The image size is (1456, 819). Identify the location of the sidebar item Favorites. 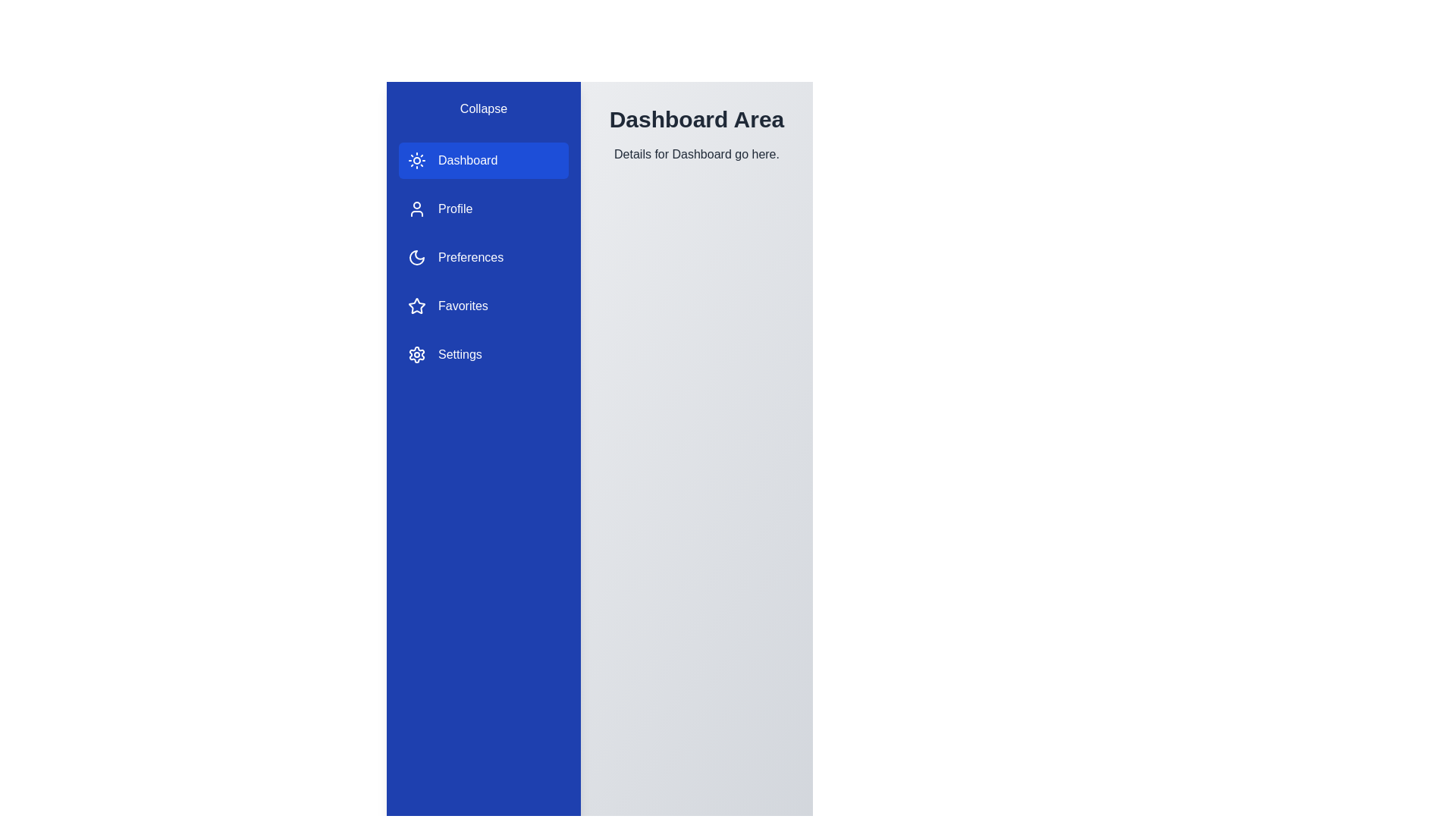
(483, 306).